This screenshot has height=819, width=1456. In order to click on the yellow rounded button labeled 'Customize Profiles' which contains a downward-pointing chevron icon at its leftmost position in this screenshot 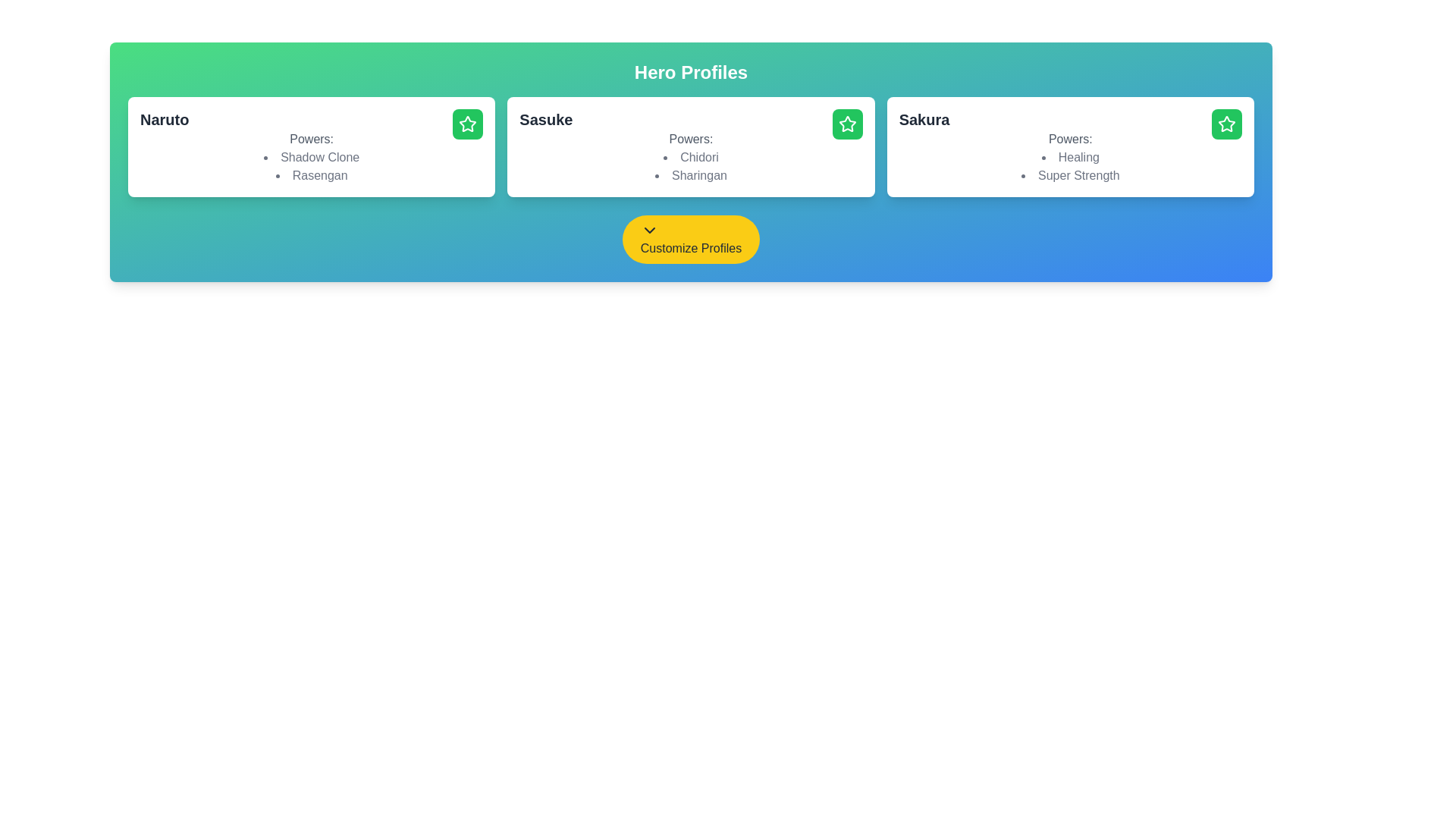, I will do `click(649, 231)`.